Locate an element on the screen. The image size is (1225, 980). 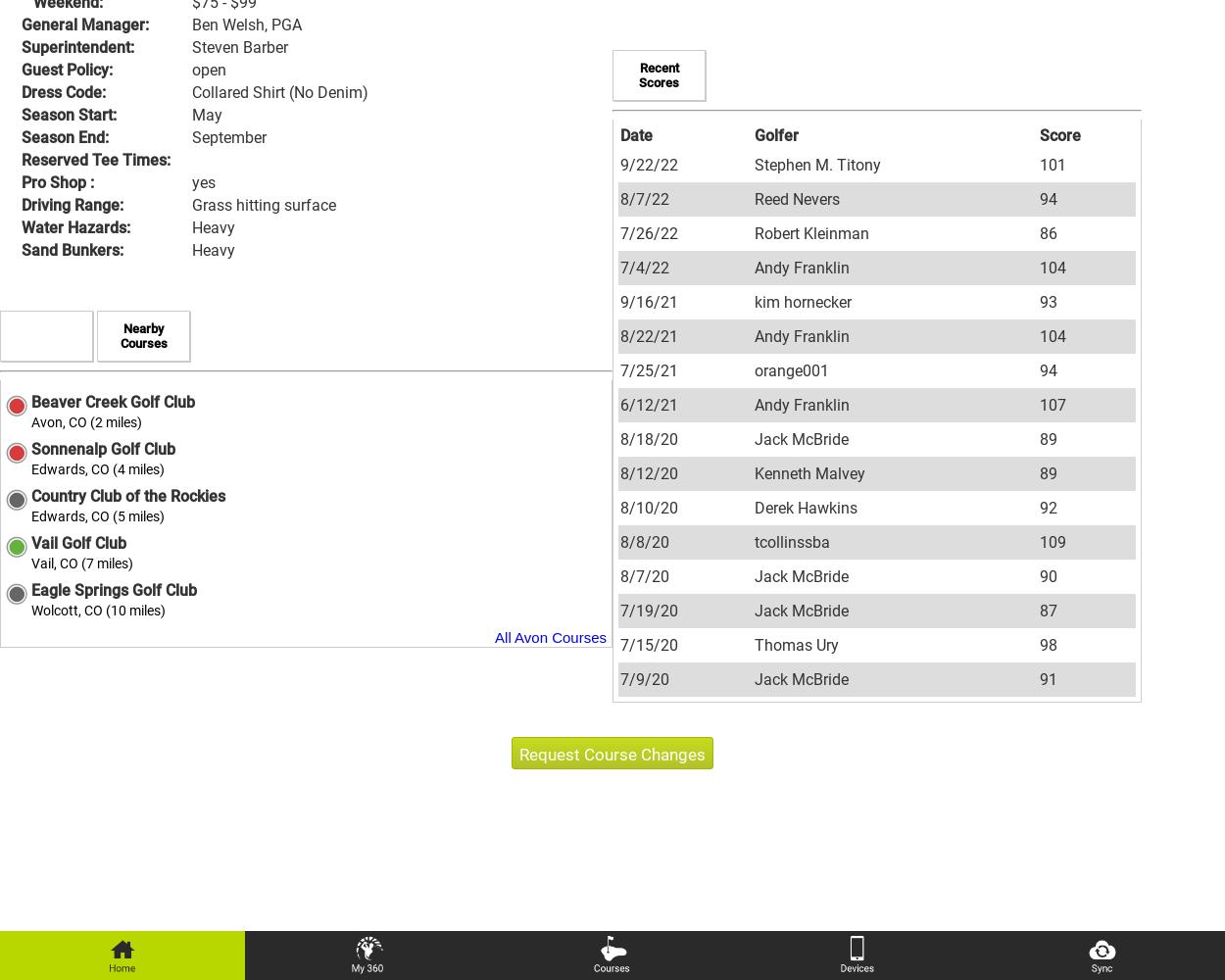
'May' is located at coordinates (206, 114).